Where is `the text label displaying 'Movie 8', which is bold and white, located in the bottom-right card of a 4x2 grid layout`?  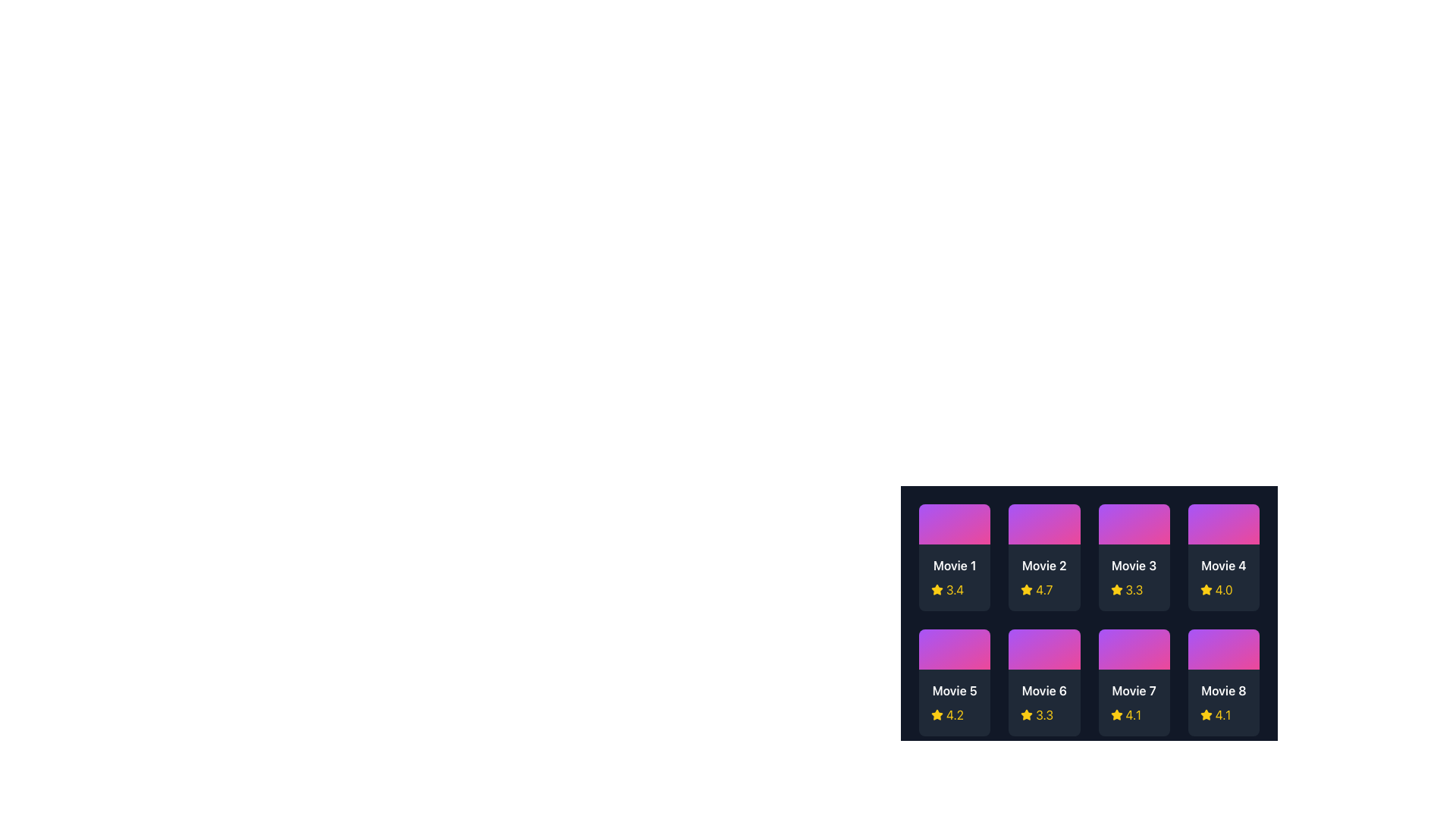 the text label displaying 'Movie 8', which is bold and white, located in the bottom-right card of a 4x2 grid layout is located at coordinates (1223, 690).